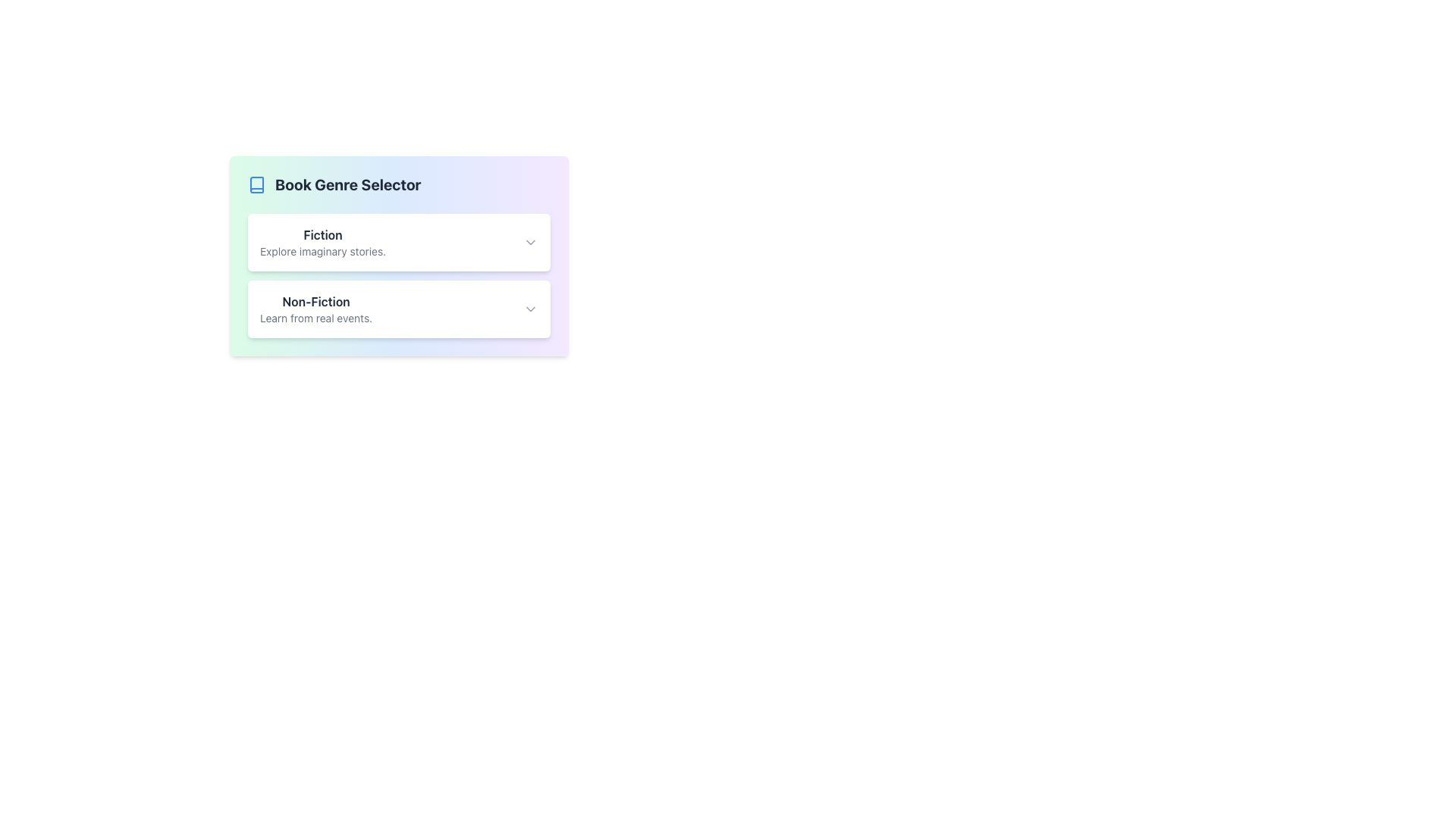  Describe the element at coordinates (257, 184) in the screenshot. I see `the blue book icon located at the top-left corner of the 'Book Genre Selector' section, adjacent to the header text 'Book Genre Selector'` at that location.